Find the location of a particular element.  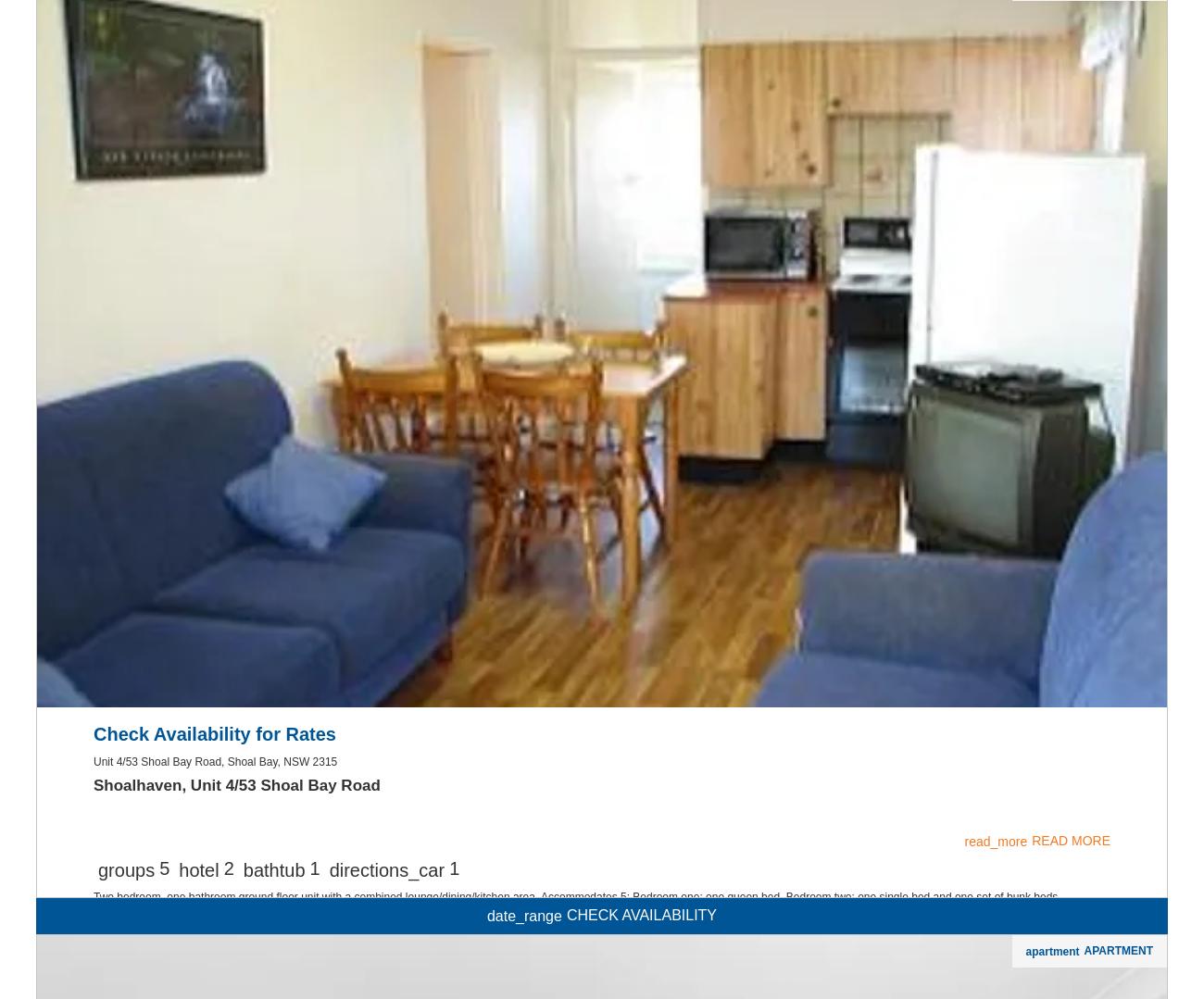

'ac_unit' is located at coordinates (601, 269).